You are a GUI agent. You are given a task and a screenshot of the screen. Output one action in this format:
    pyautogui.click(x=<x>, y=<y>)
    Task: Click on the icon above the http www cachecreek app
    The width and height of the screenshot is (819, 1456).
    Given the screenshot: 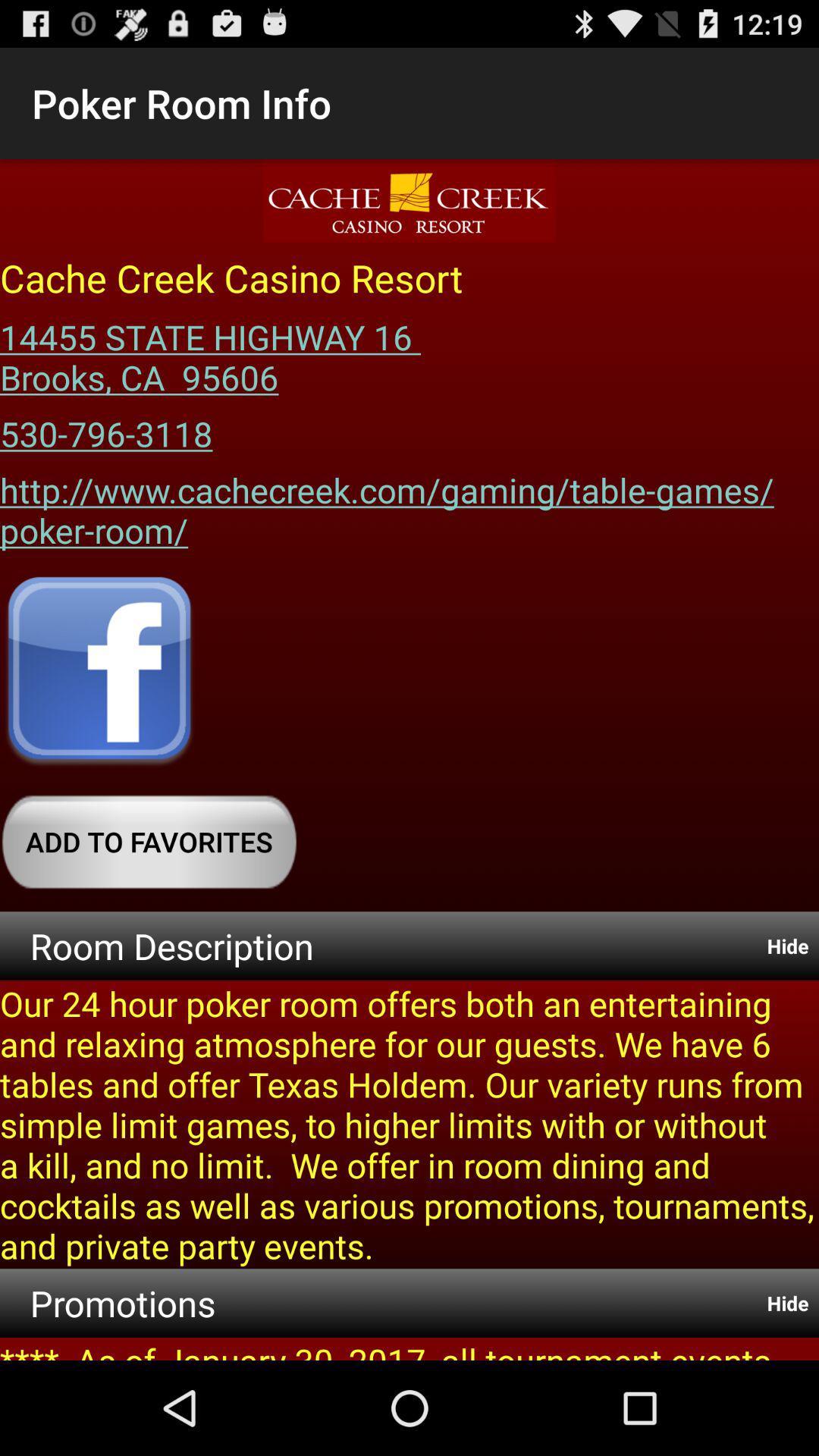 What is the action you would take?
    pyautogui.click(x=105, y=428)
    